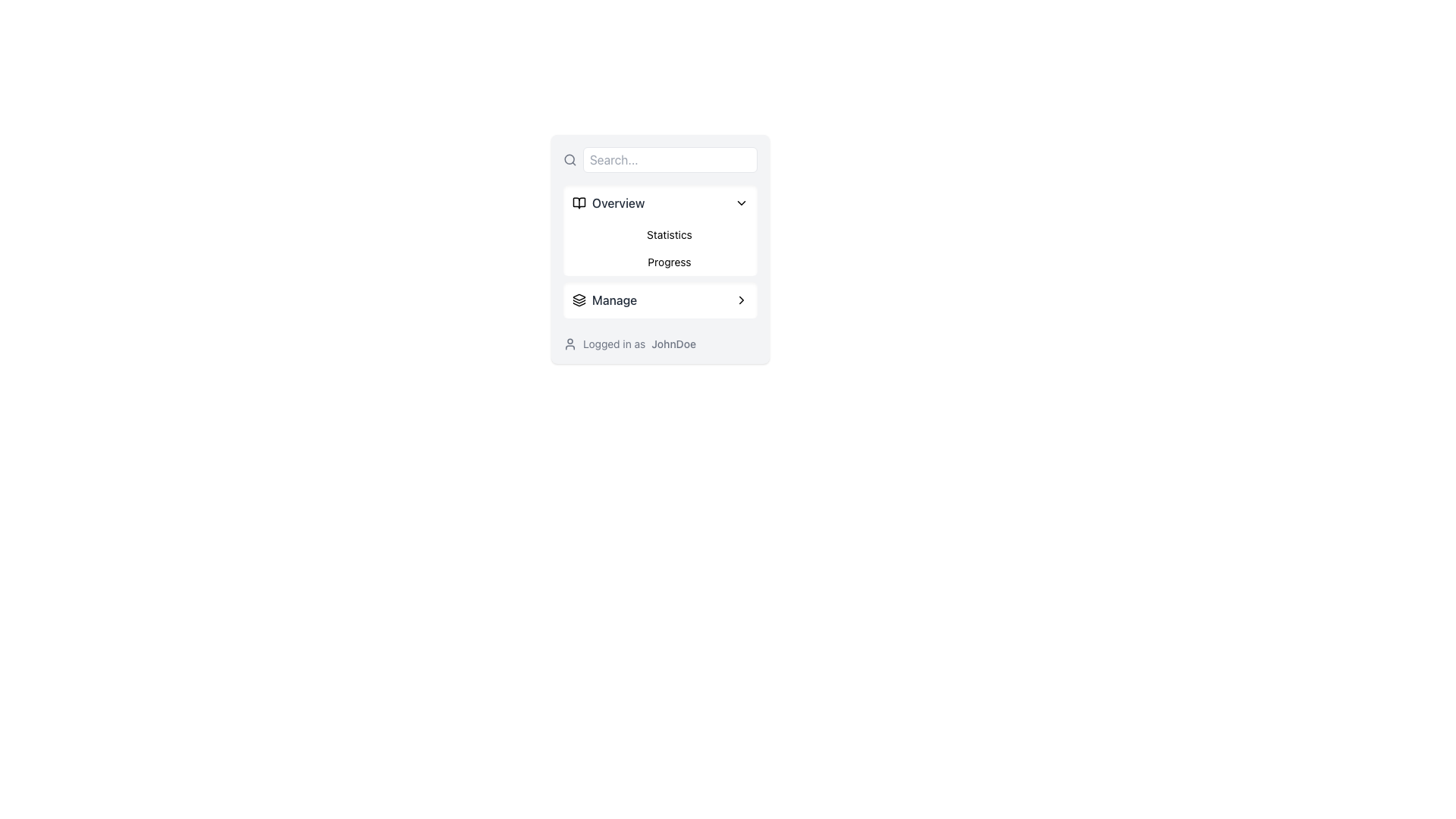 This screenshot has height=819, width=1456. I want to click on the book icon located to the left of the 'Overview' text in the interface, which symbolizes the Overview section, so click(578, 202).